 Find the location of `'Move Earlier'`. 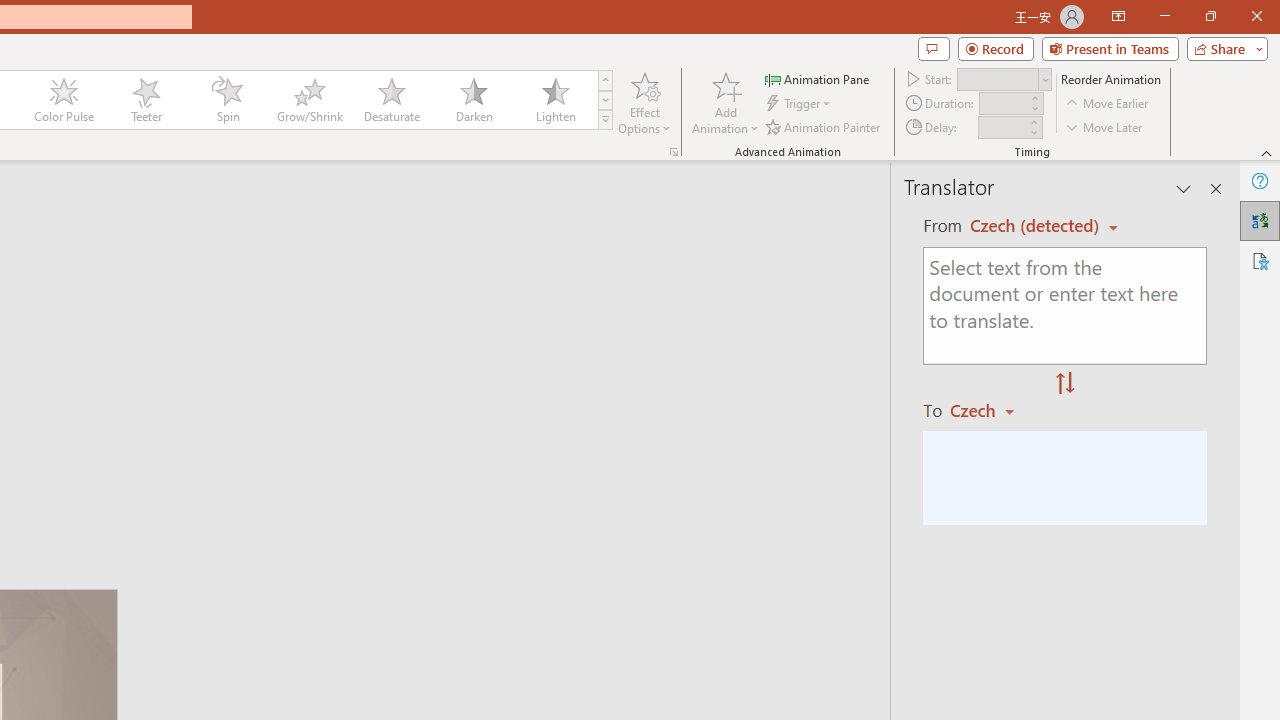

'Move Earlier' is located at coordinates (1106, 103).